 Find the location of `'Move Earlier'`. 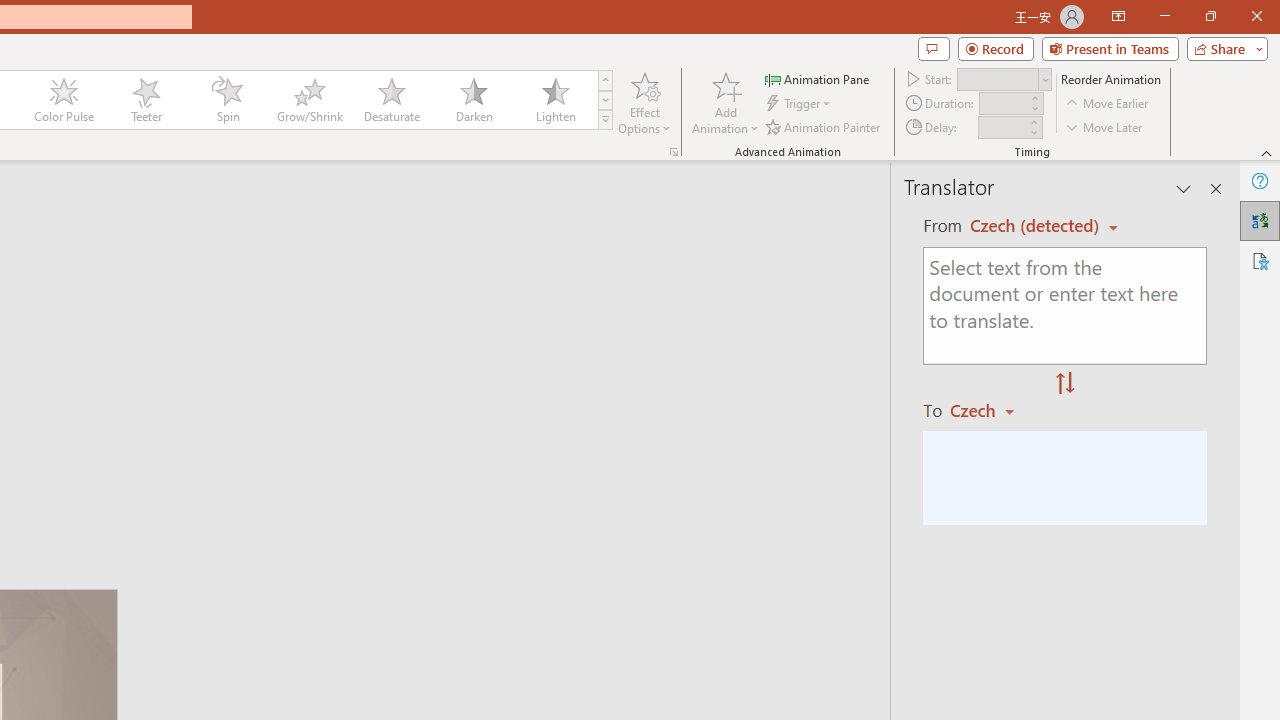

'Move Earlier' is located at coordinates (1106, 103).